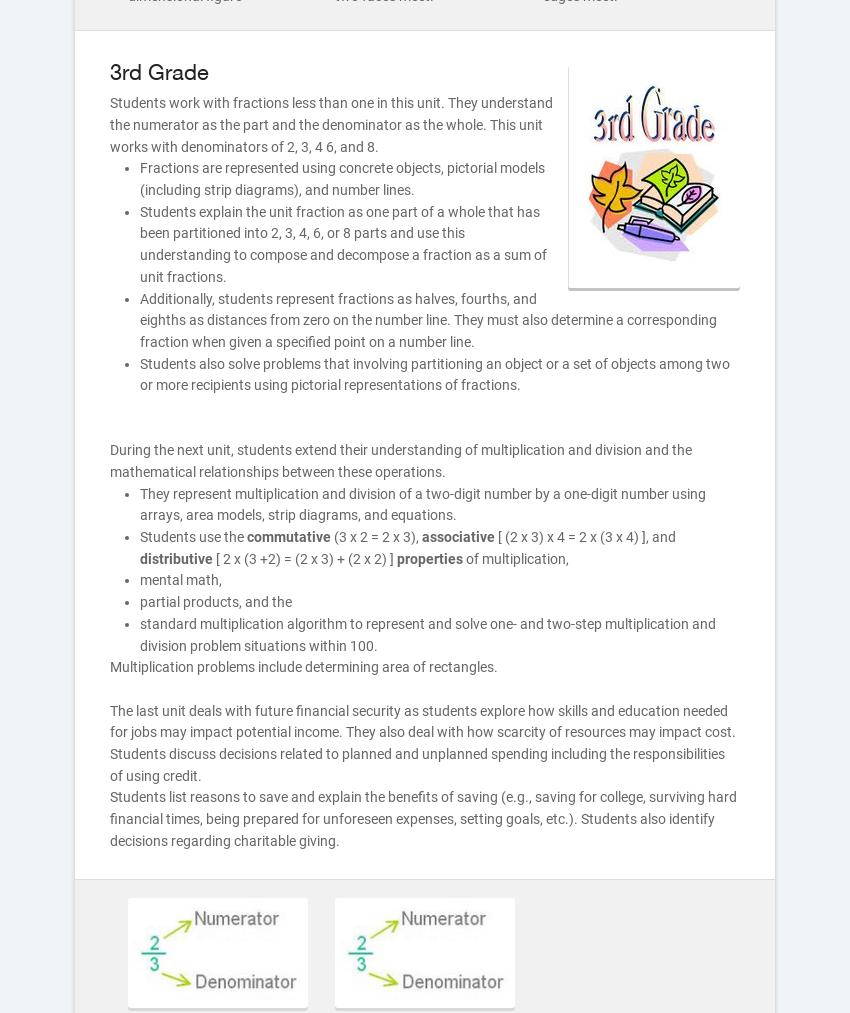  Describe the element at coordinates (427, 319) in the screenshot. I see `'Additionally, students represent fractions as halves, fourths, and eighths as distances from zero on the number line. They must also determine a corresponding fraction when given a specified point on a number line.'` at that location.